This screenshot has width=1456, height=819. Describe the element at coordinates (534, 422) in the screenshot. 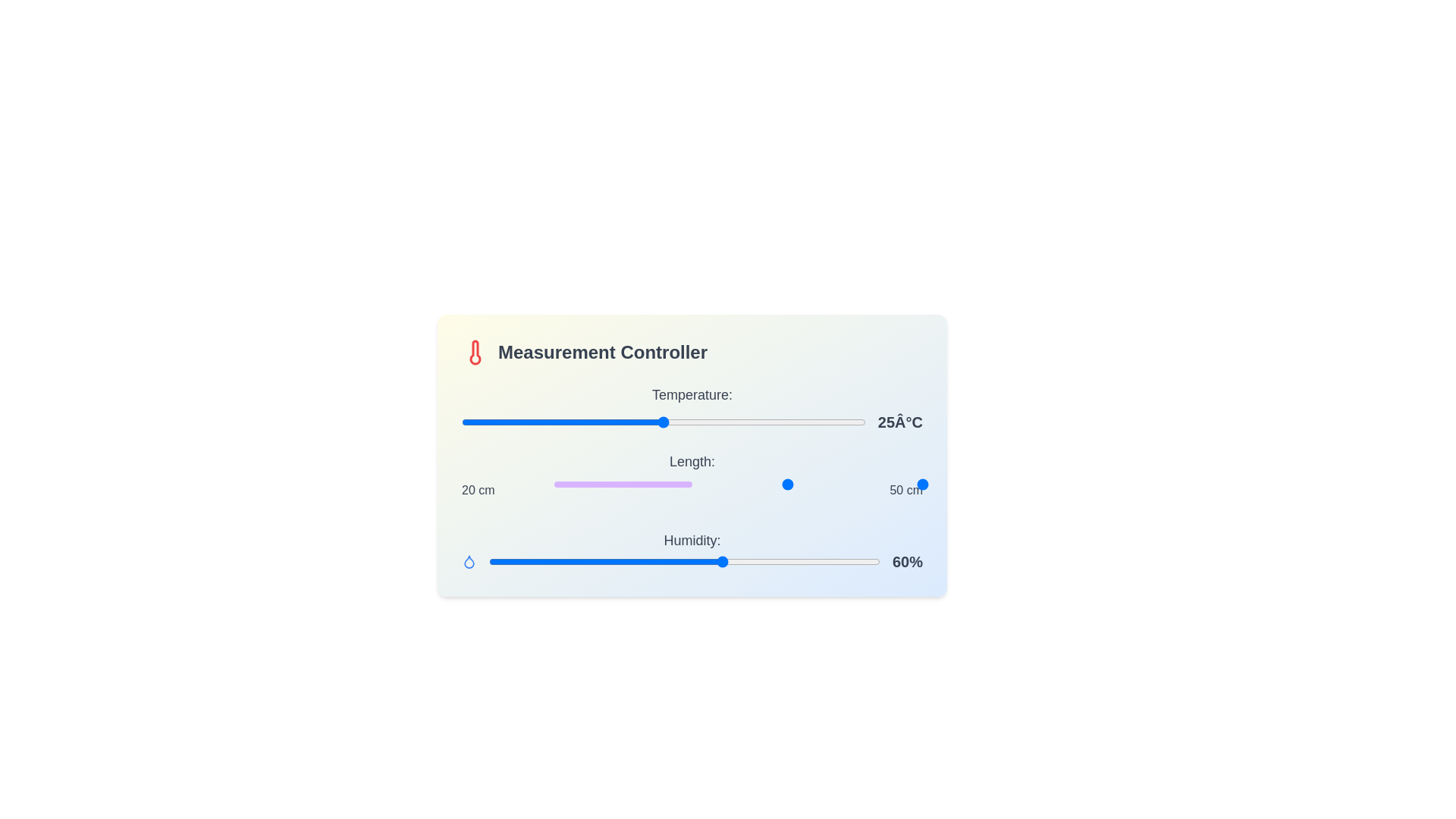

I see `the temperature` at that location.